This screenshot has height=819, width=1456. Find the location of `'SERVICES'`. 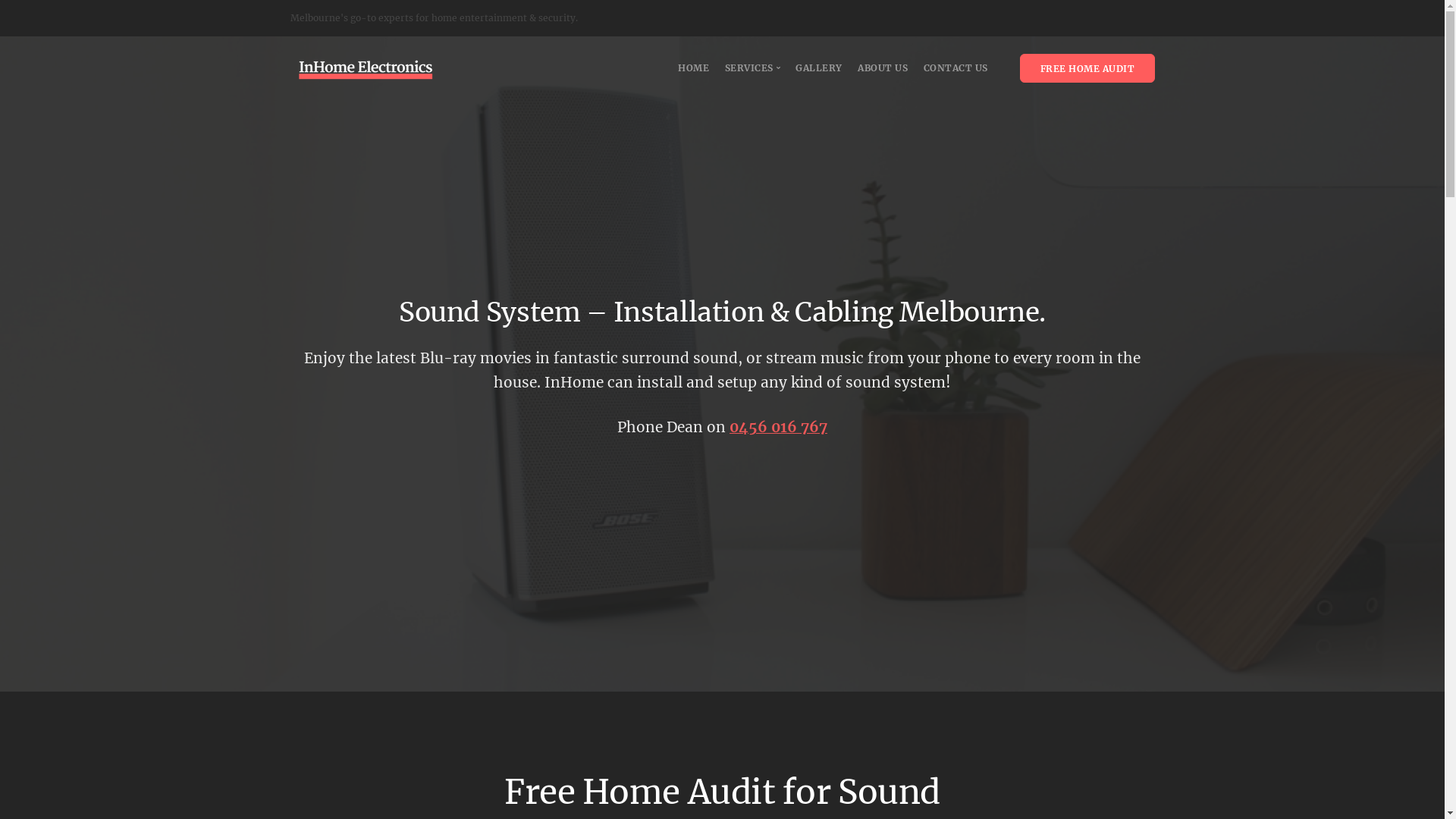

'SERVICES' is located at coordinates (753, 67).